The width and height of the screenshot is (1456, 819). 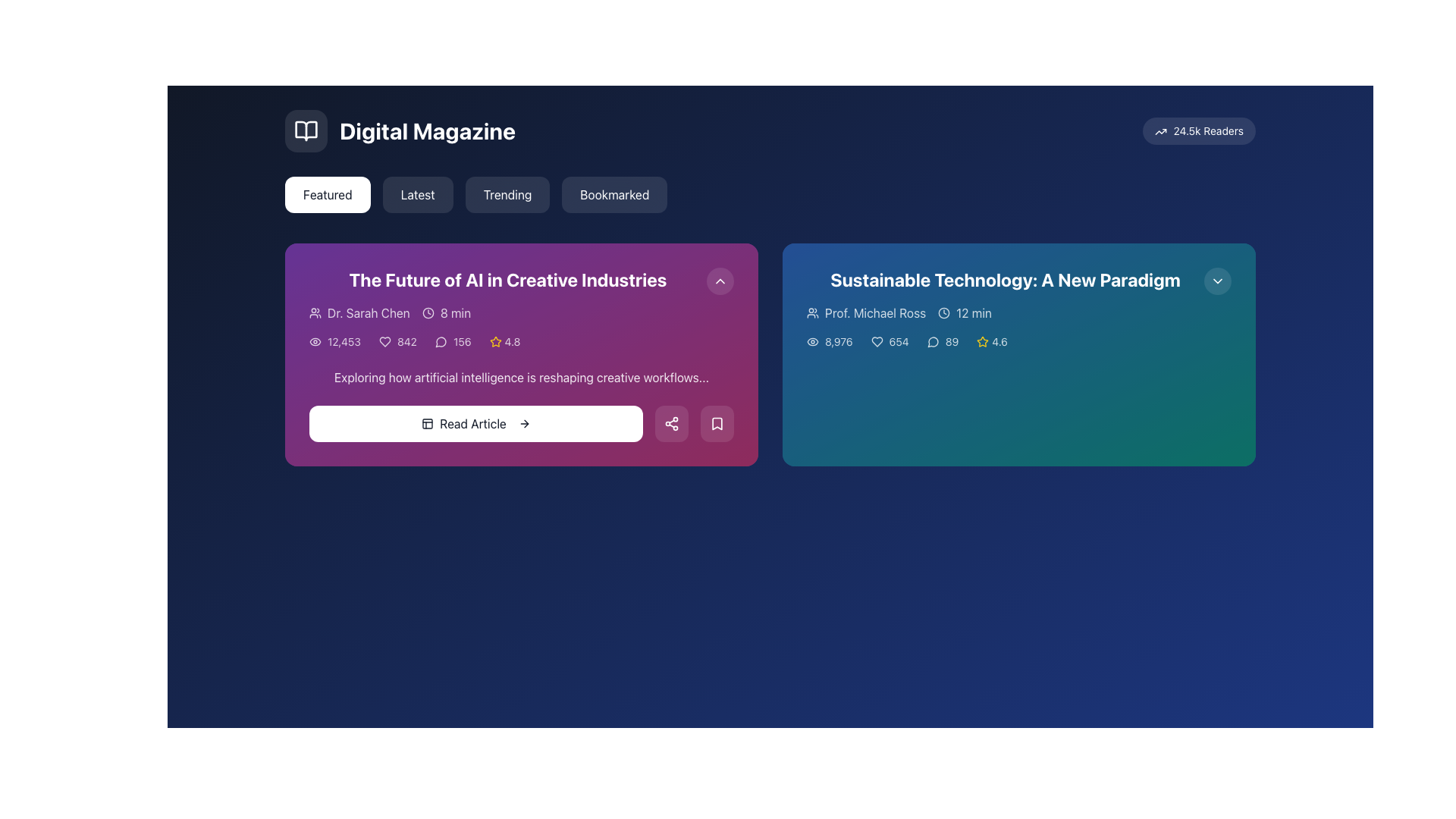 What do you see at coordinates (943, 312) in the screenshot?
I see `the circular clock icon with a minimalist design that represents time, located to the right of the title 'Sustainable Technology: A New Paradigm.'` at bounding box center [943, 312].